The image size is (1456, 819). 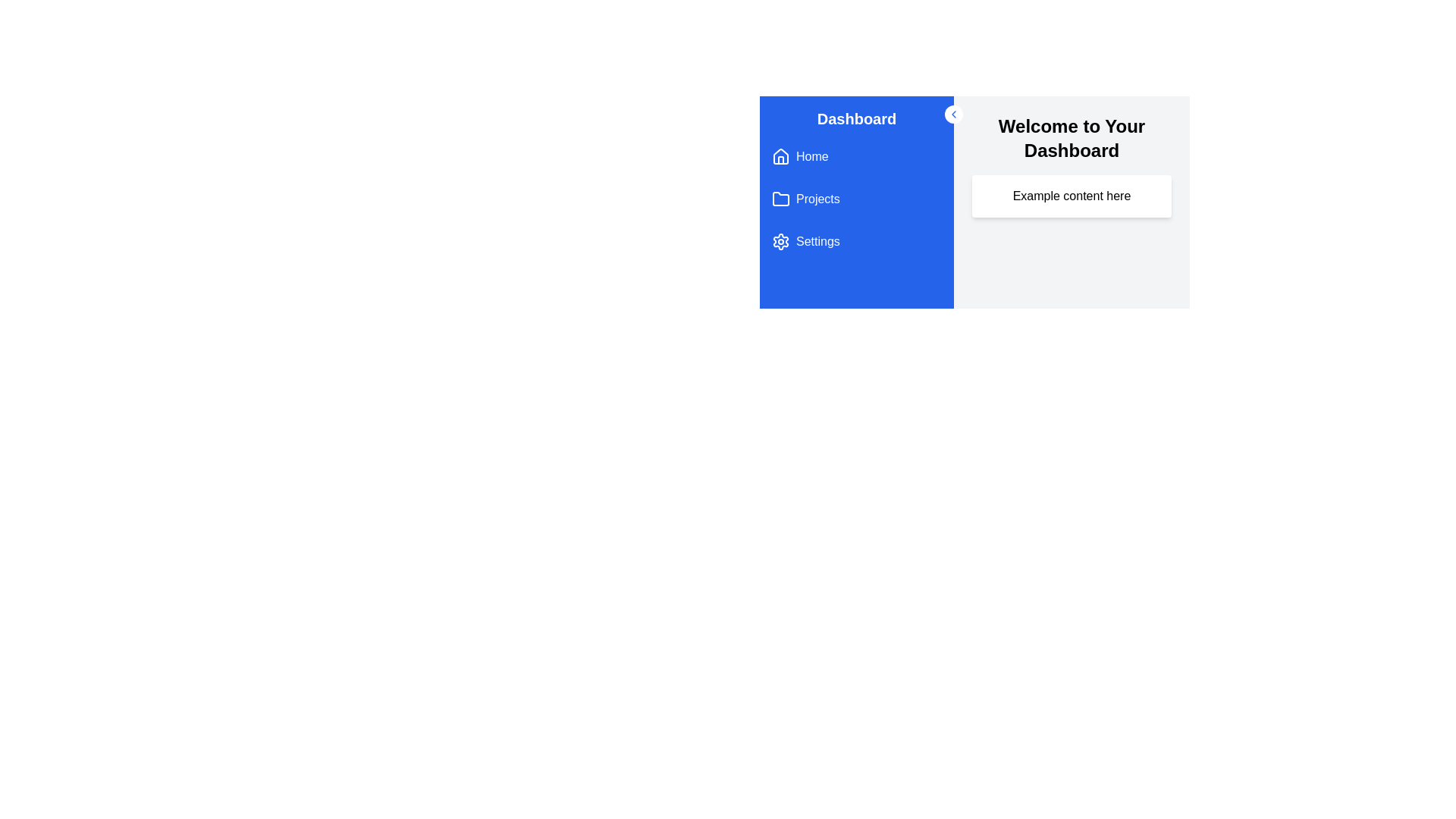 I want to click on the house-shaped icon in the navigation sidebar, so click(x=781, y=155).